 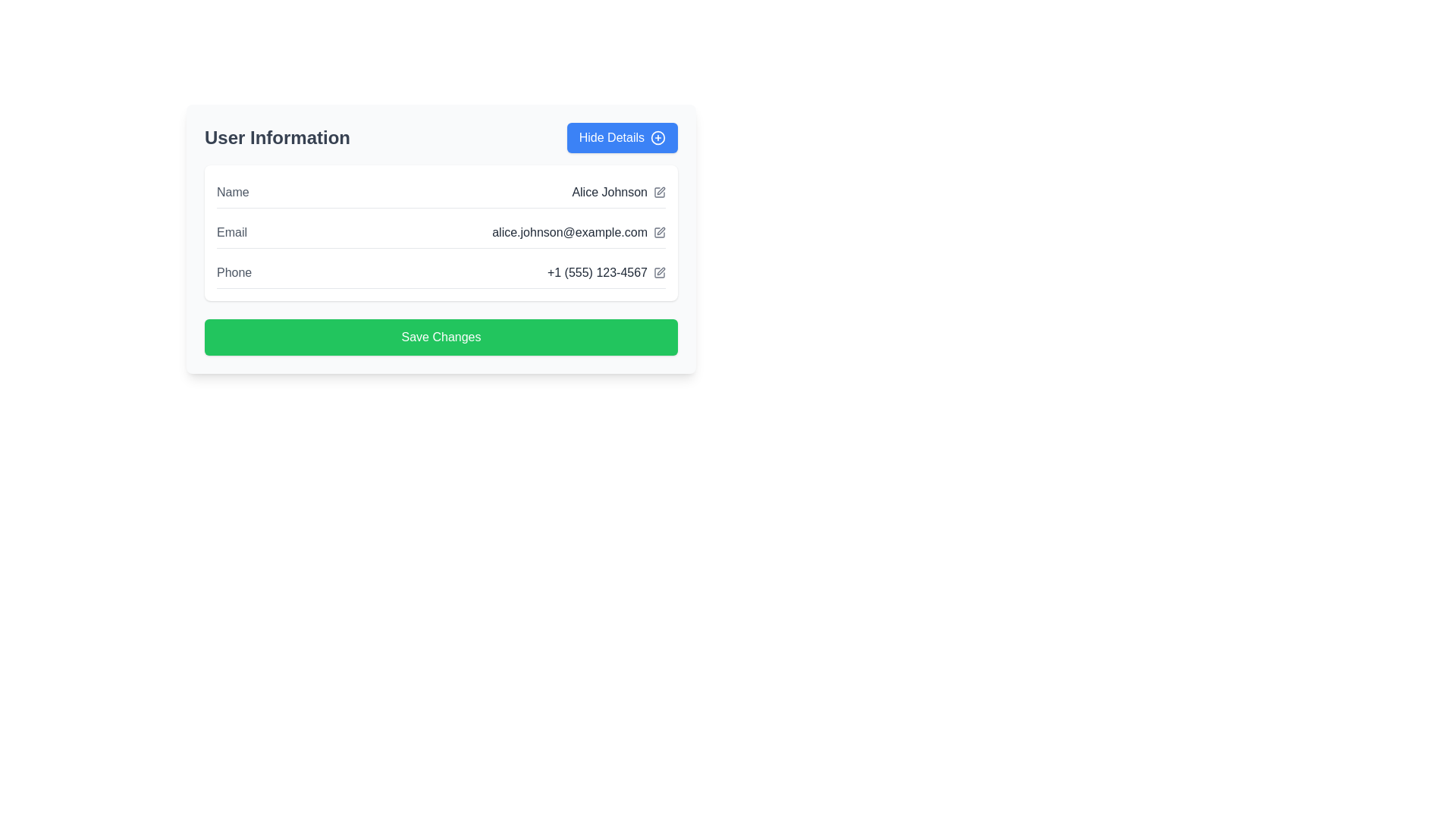 I want to click on the small square icon resembling a pen overlaying a document, located to the right of the email address 'alice.johnson@example.com', so click(x=659, y=233).